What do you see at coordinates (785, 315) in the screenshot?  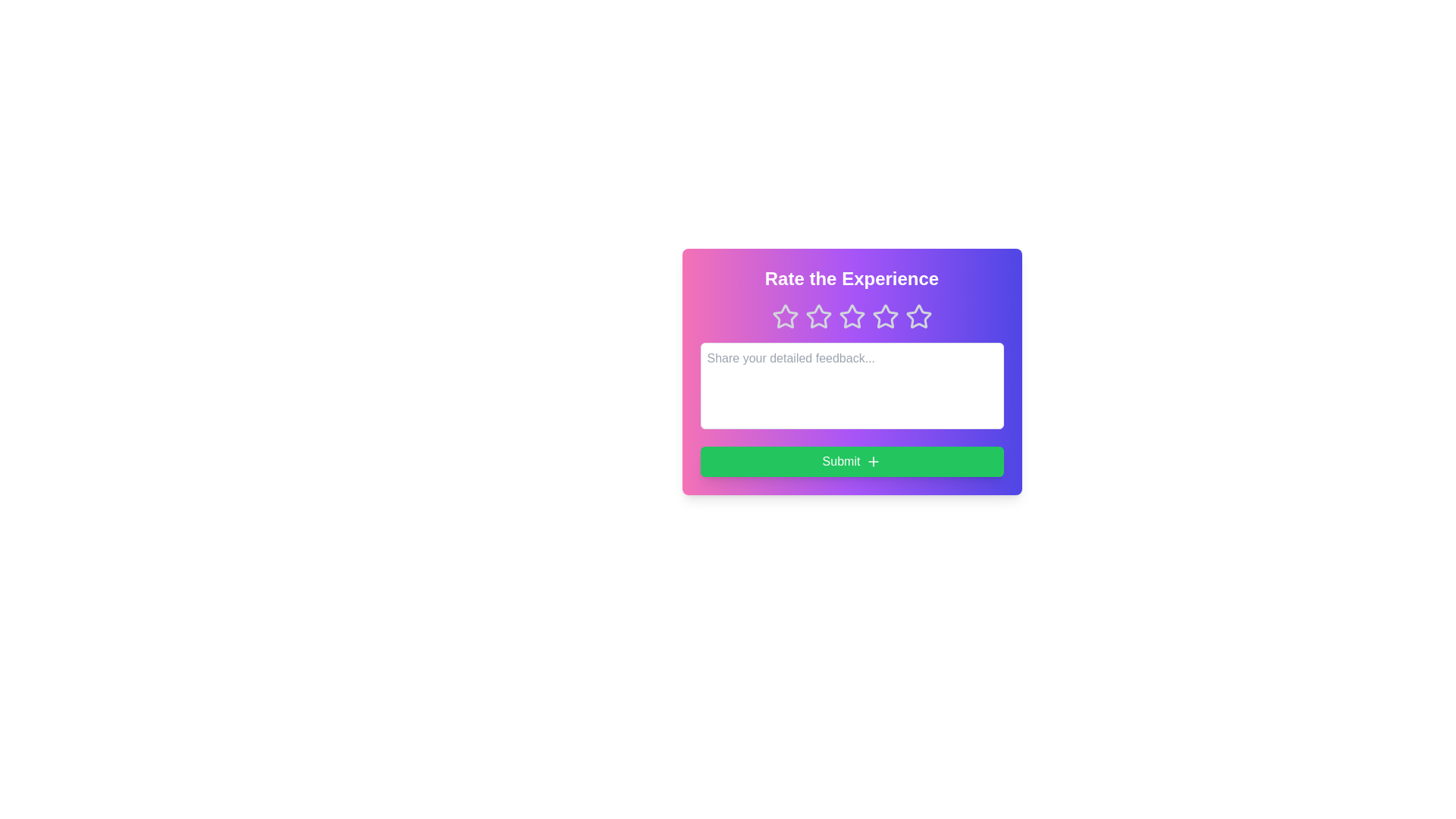 I see `the star corresponding to 1 to preview the rating` at bounding box center [785, 315].